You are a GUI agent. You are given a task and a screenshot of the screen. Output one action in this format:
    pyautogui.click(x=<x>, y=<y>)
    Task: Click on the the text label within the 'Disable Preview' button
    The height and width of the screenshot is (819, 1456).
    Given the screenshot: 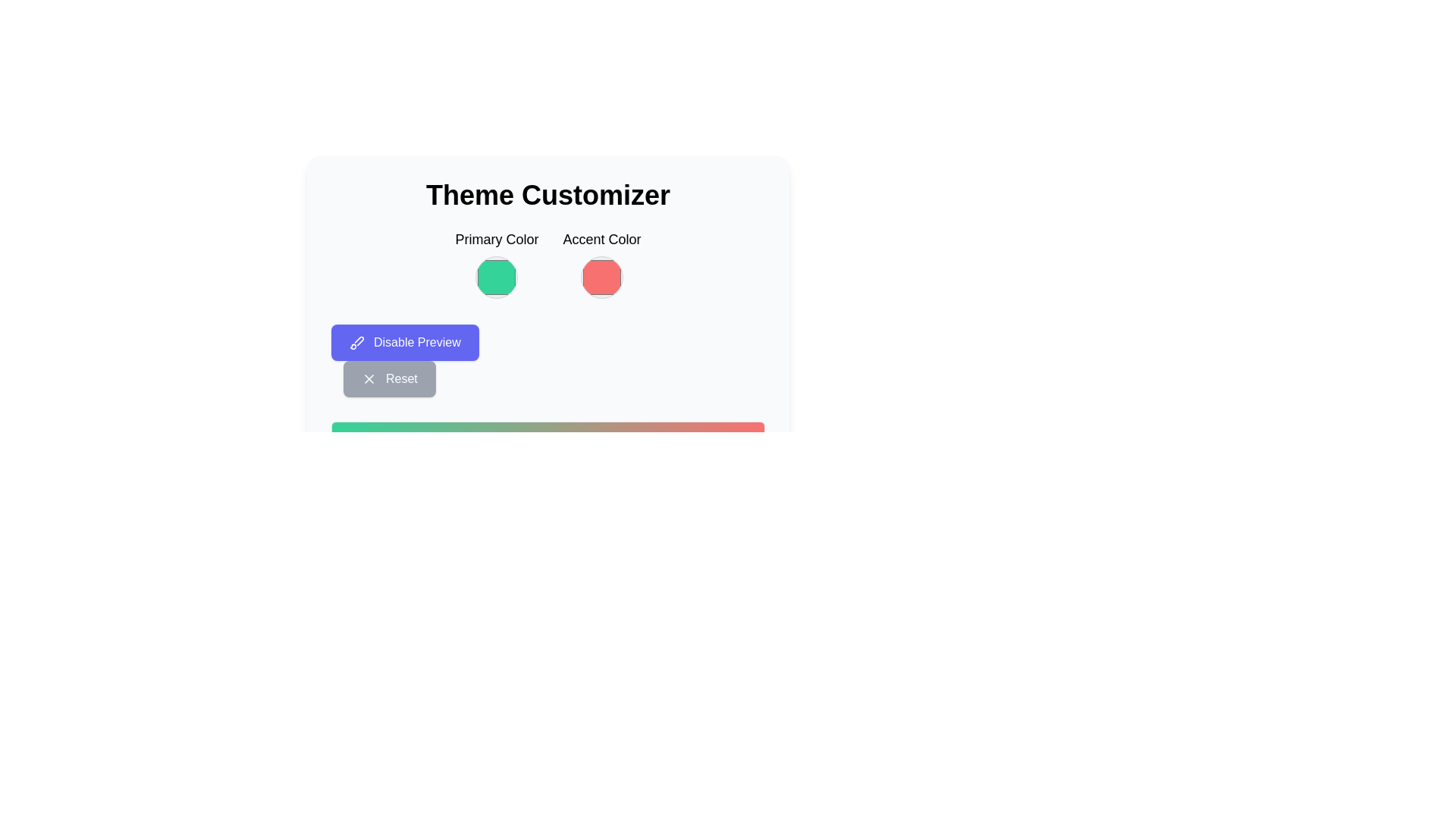 What is the action you would take?
    pyautogui.click(x=417, y=342)
    